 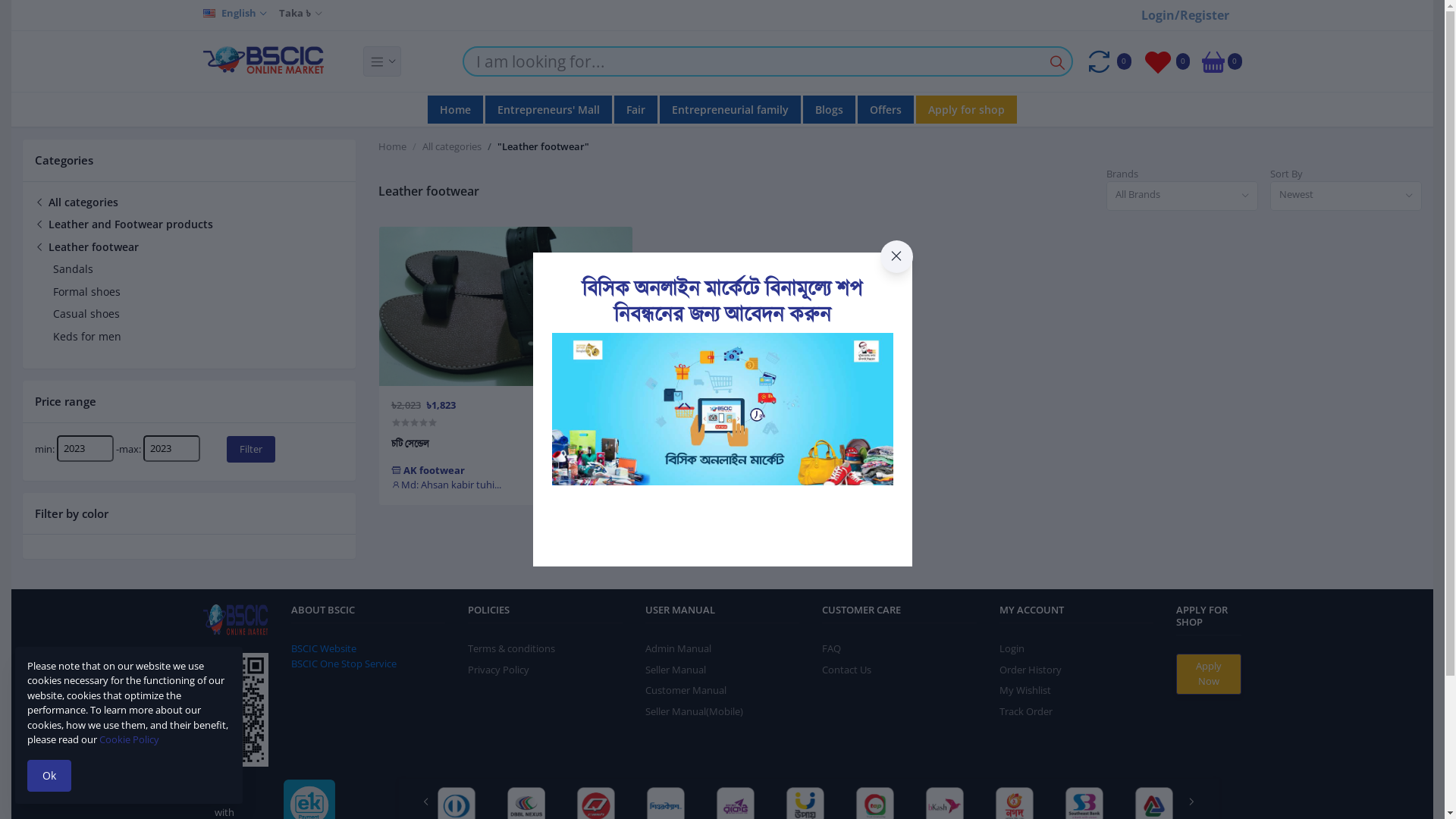 What do you see at coordinates (830, 648) in the screenshot?
I see `'FAQ'` at bounding box center [830, 648].